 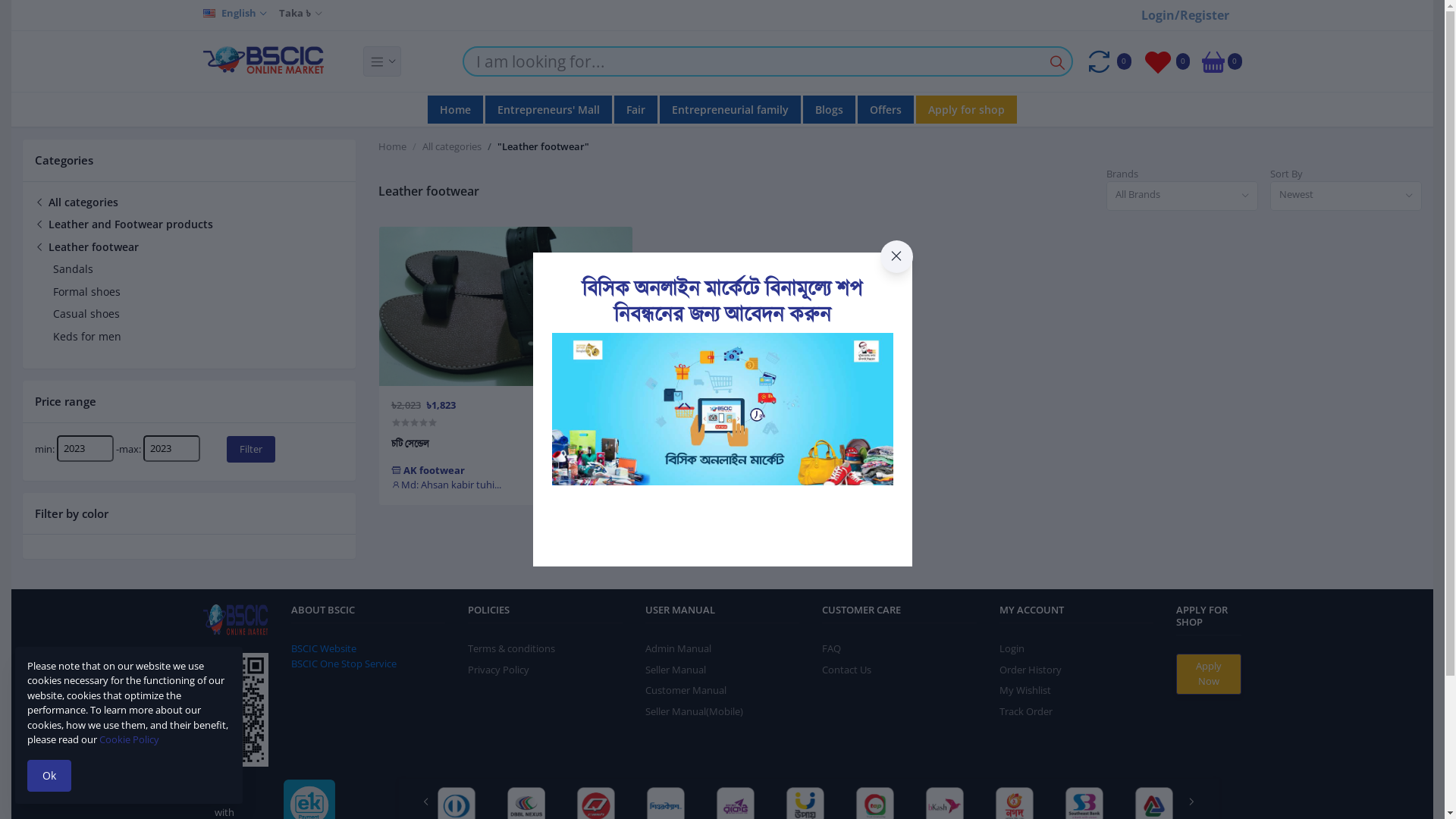 What do you see at coordinates (830, 648) in the screenshot?
I see `'FAQ'` at bounding box center [830, 648].